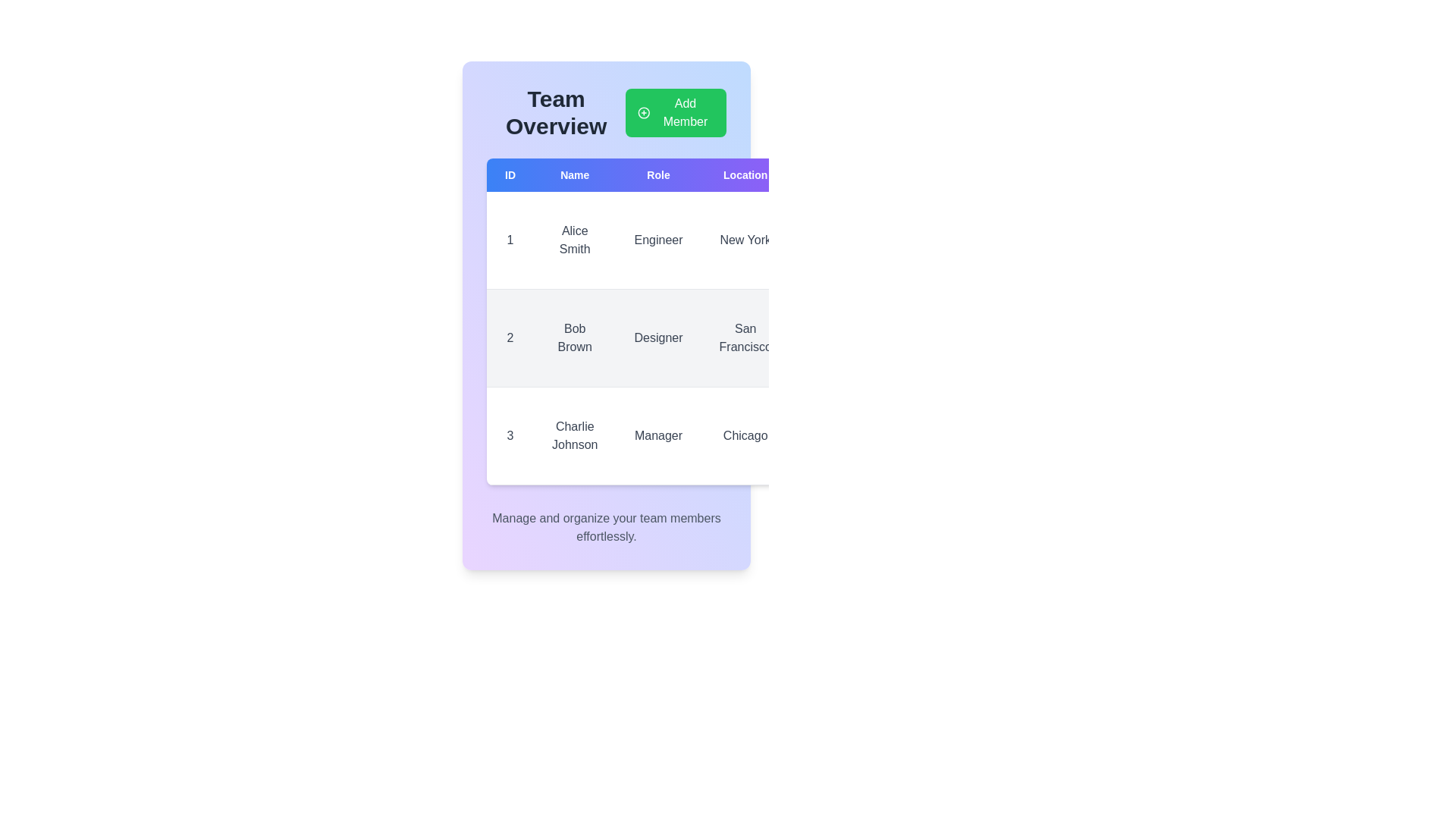 The height and width of the screenshot is (819, 1456). I want to click on the static text element that reads 'Manage and organize your team members effortlessly.' which is styled in gray and centered at the bottom of the card-like section, so click(607, 526).